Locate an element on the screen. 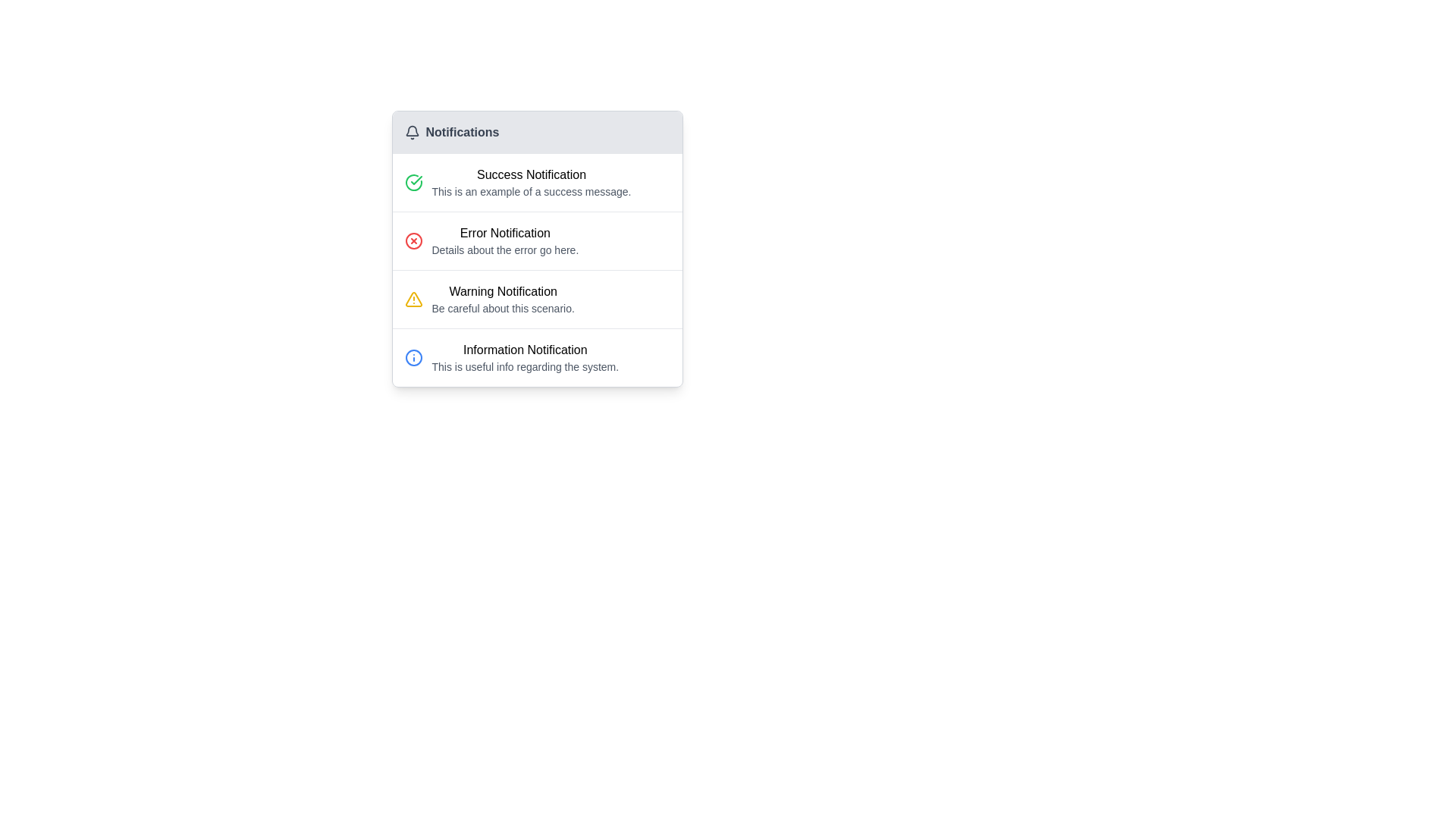 The height and width of the screenshot is (819, 1456). text label that says 'Error Notification', which is the title of the second notification in the notification list is located at coordinates (505, 234).